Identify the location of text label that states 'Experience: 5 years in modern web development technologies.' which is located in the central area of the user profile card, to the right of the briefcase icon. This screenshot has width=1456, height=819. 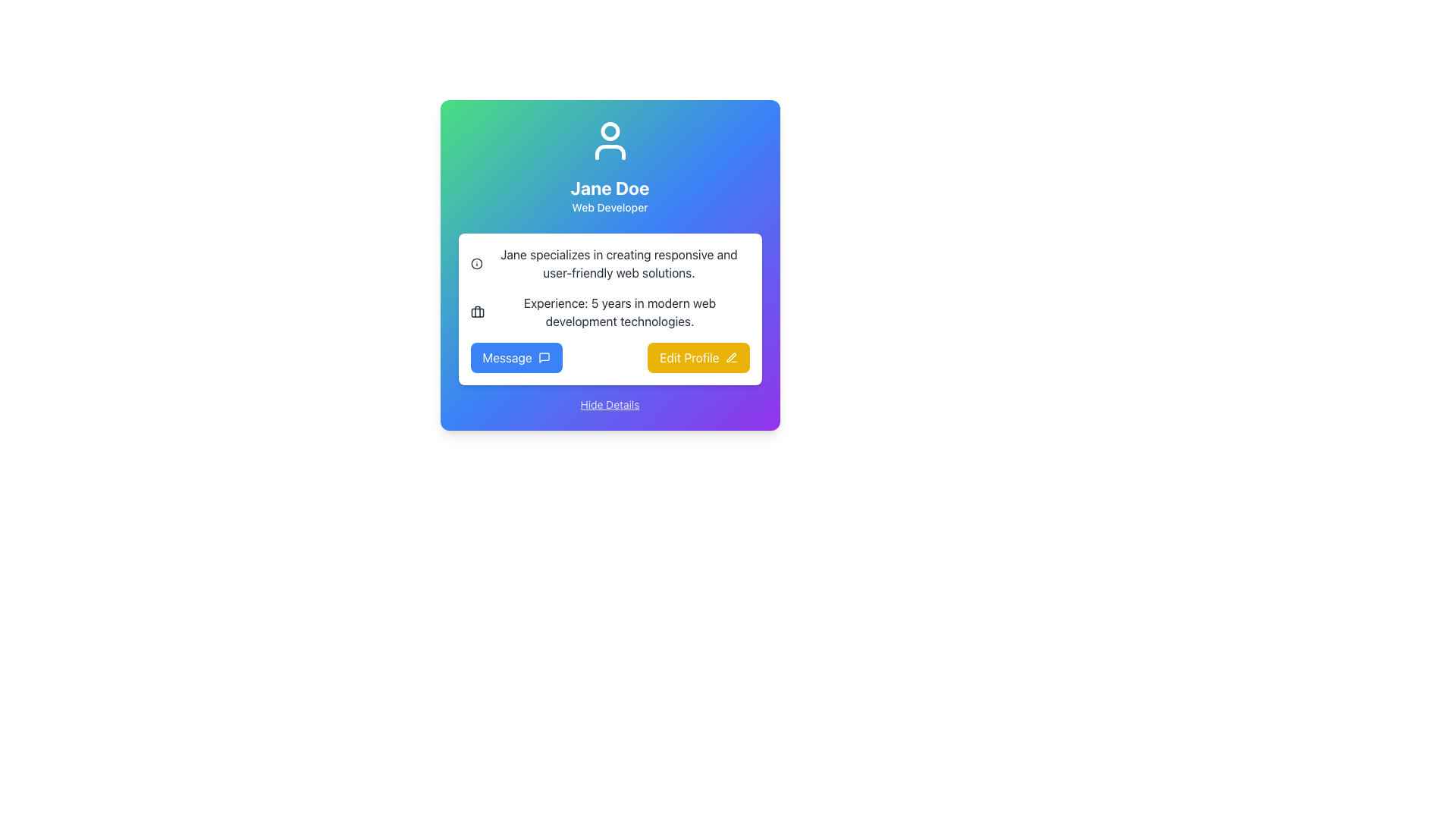
(620, 312).